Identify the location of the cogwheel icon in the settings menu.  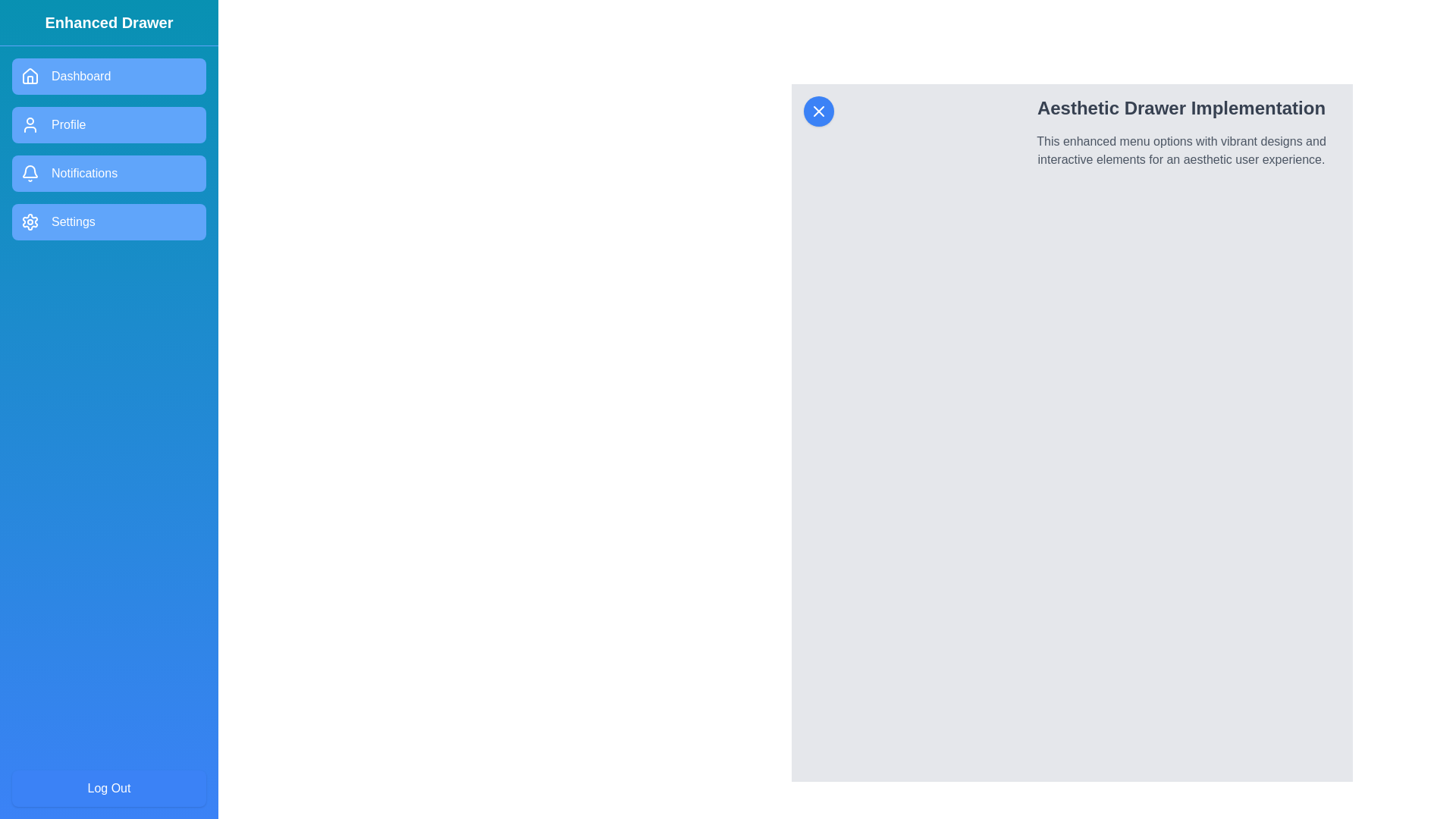
(30, 222).